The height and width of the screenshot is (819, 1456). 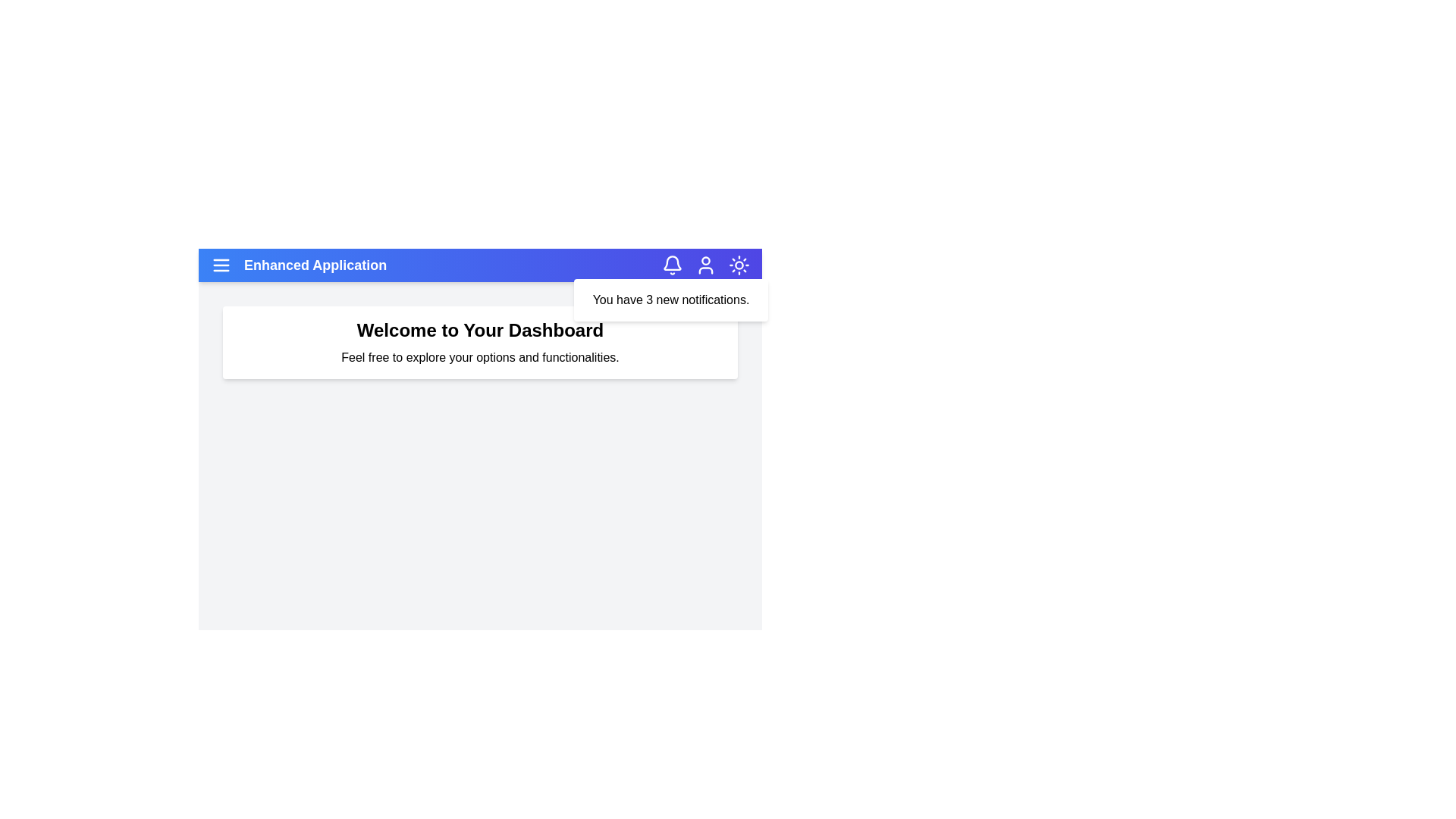 I want to click on the menu icon to open the menu, so click(x=221, y=265).